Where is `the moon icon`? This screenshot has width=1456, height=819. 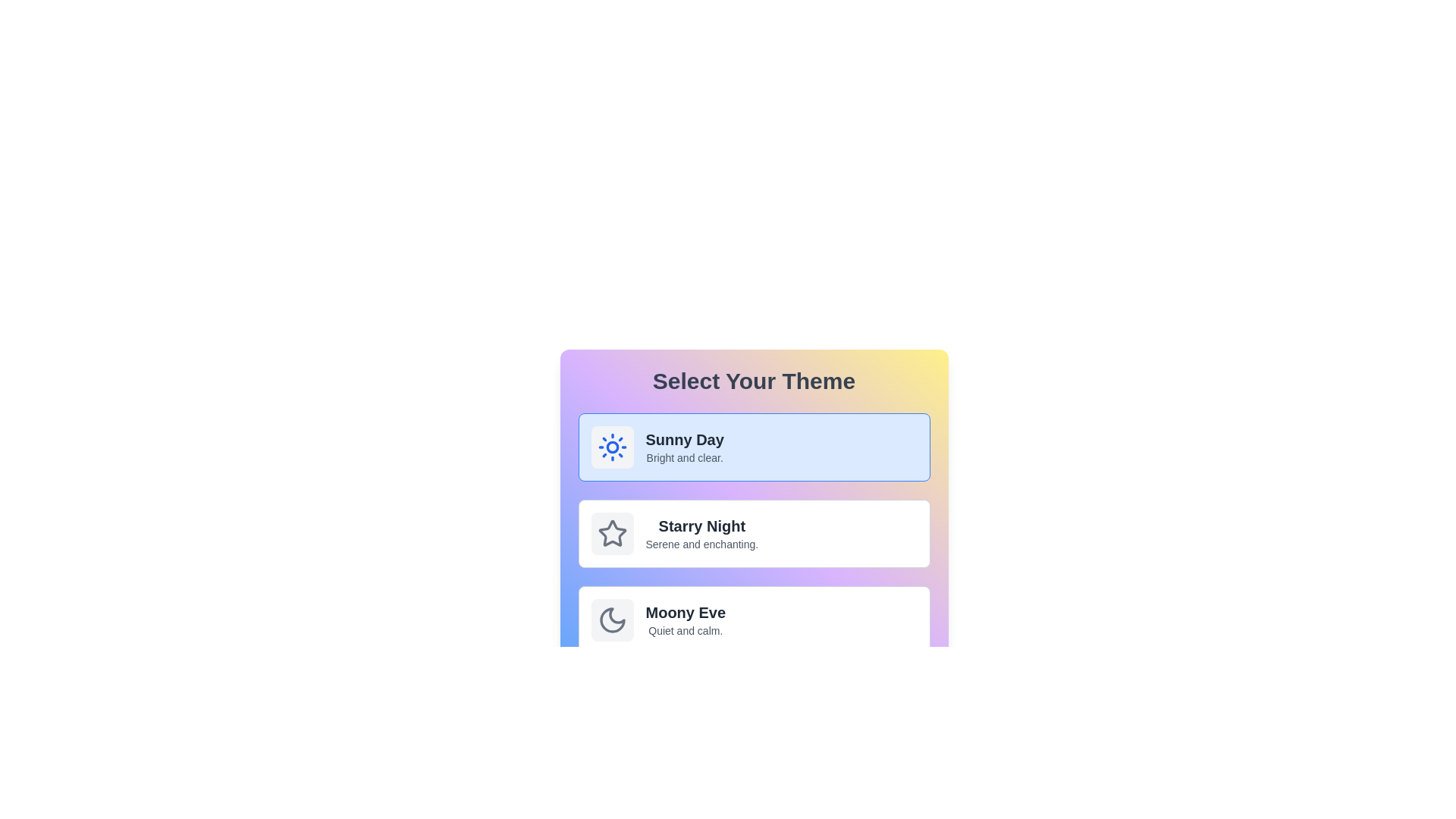 the moon icon is located at coordinates (612, 620).